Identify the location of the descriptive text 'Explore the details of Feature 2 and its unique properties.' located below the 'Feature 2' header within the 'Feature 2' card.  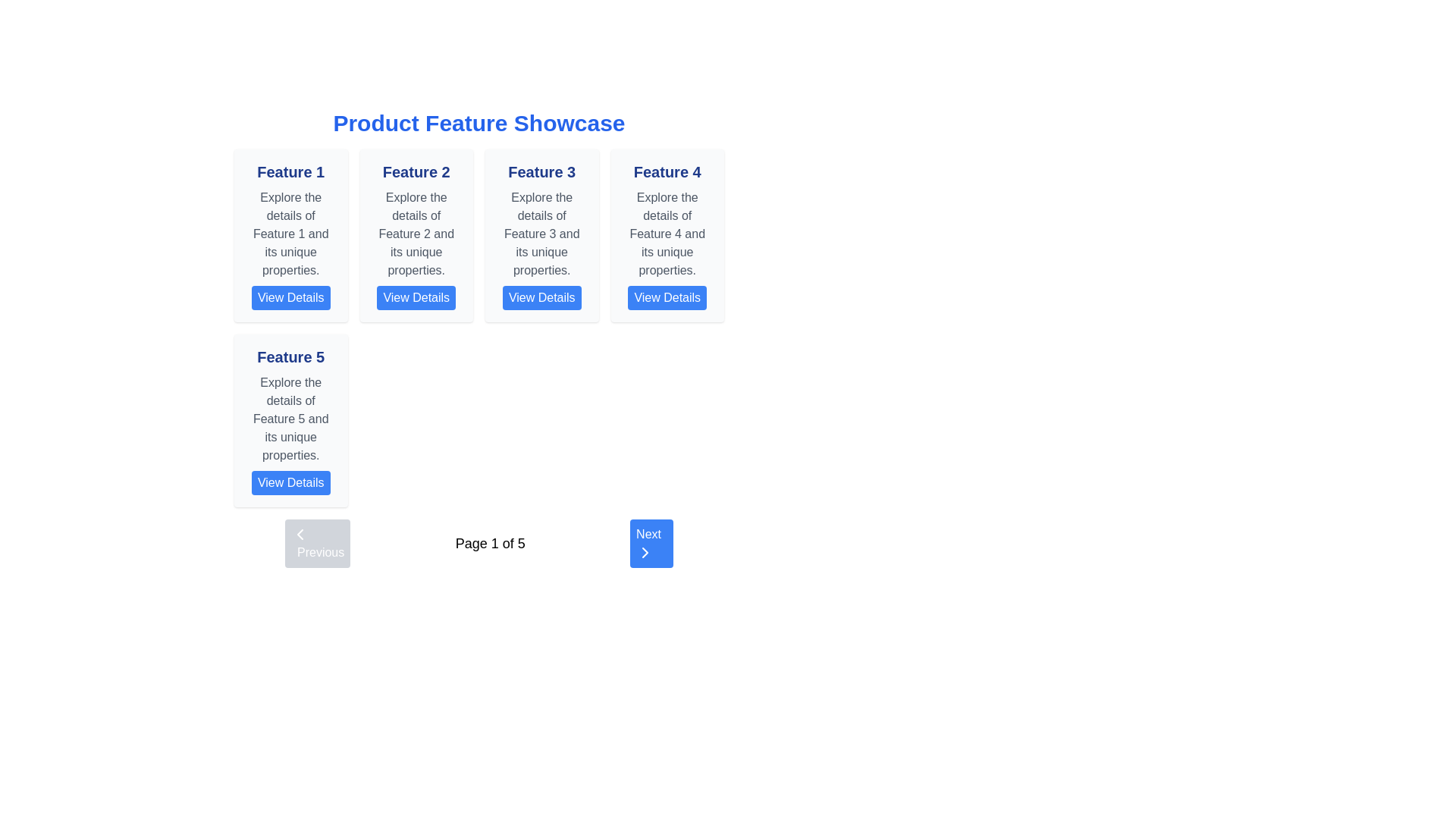
(416, 234).